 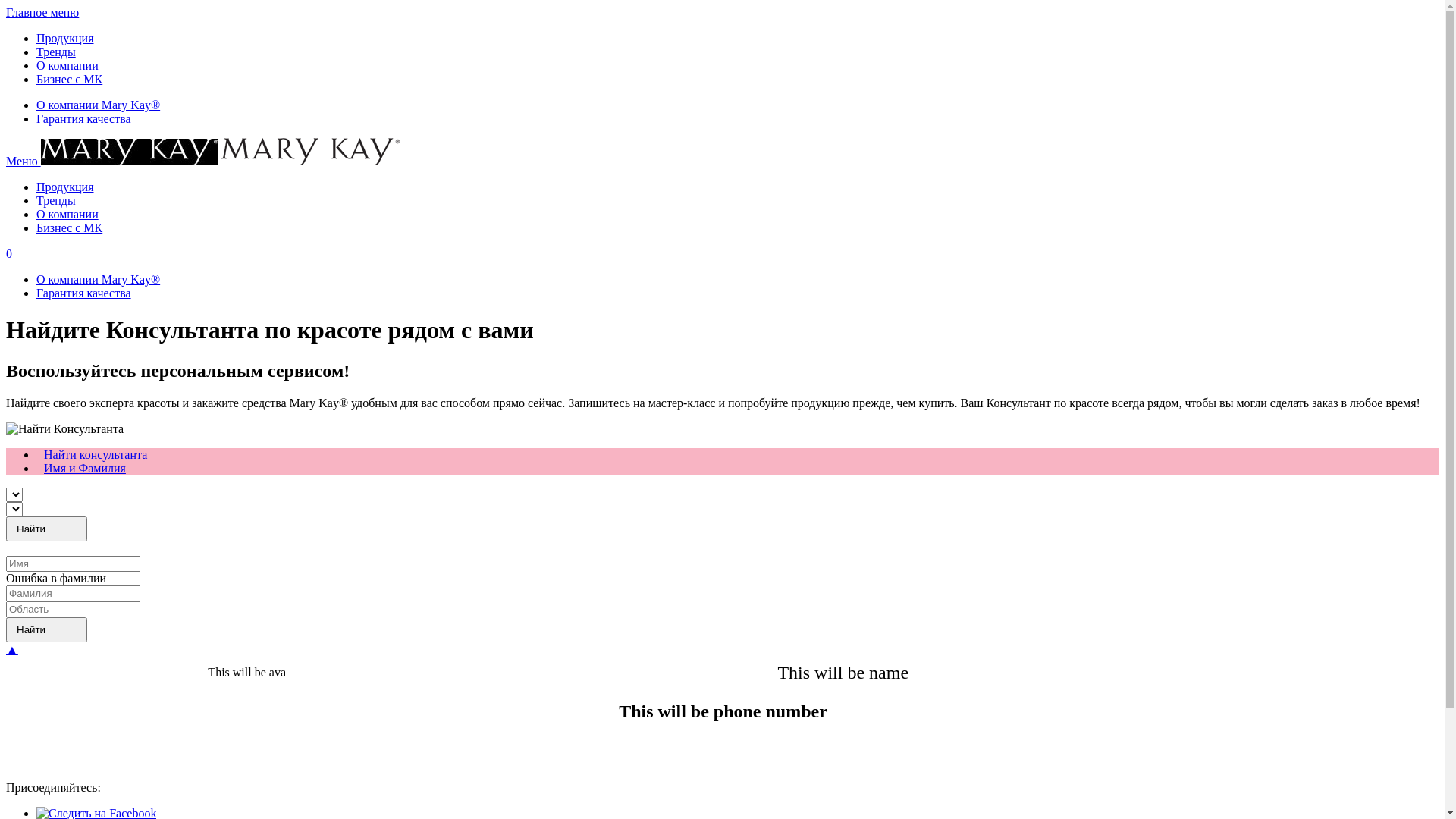 What do you see at coordinates (17, 253) in the screenshot?
I see `' '` at bounding box center [17, 253].